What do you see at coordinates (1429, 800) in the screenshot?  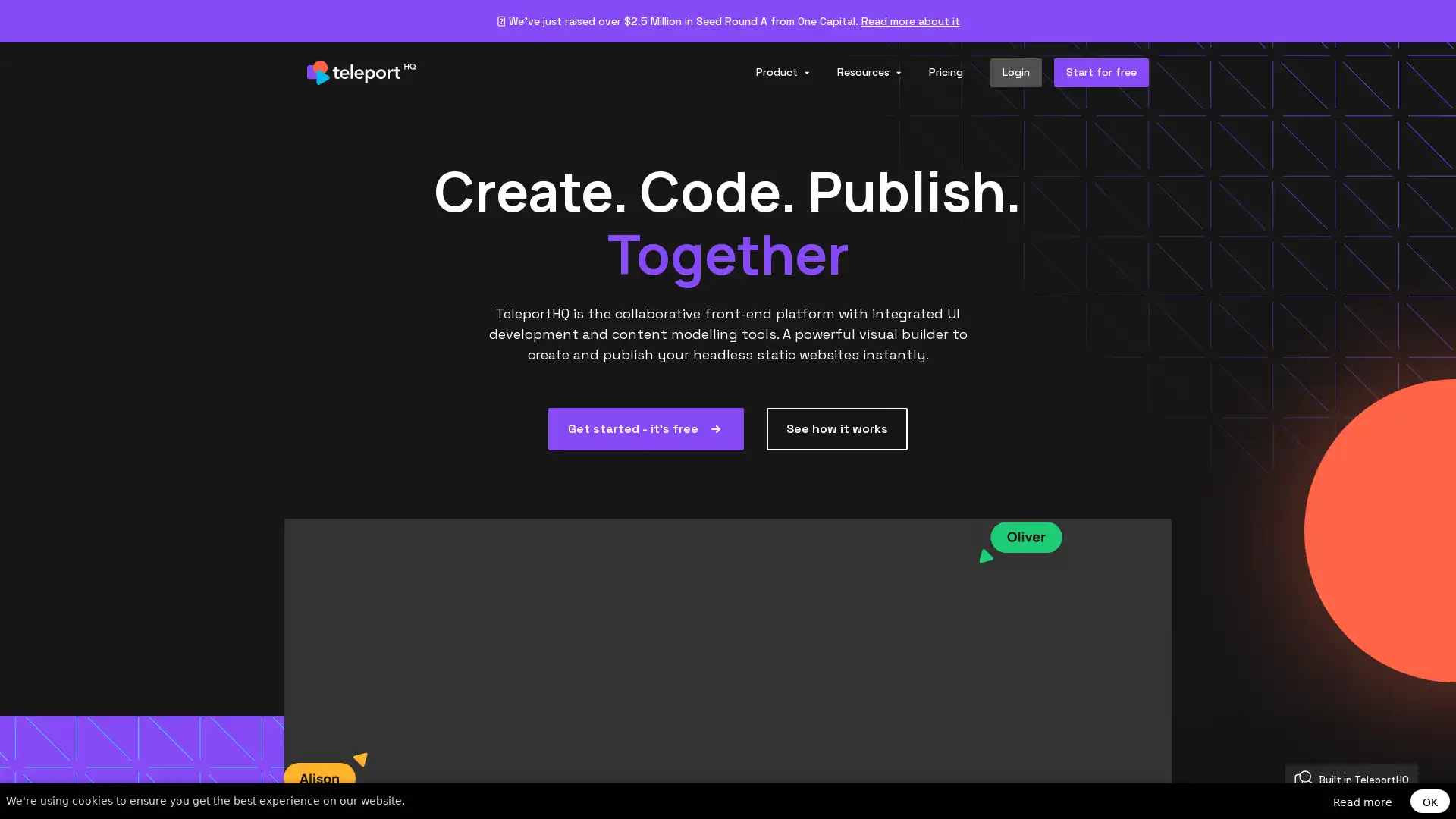 I see `OK` at bounding box center [1429, 800].